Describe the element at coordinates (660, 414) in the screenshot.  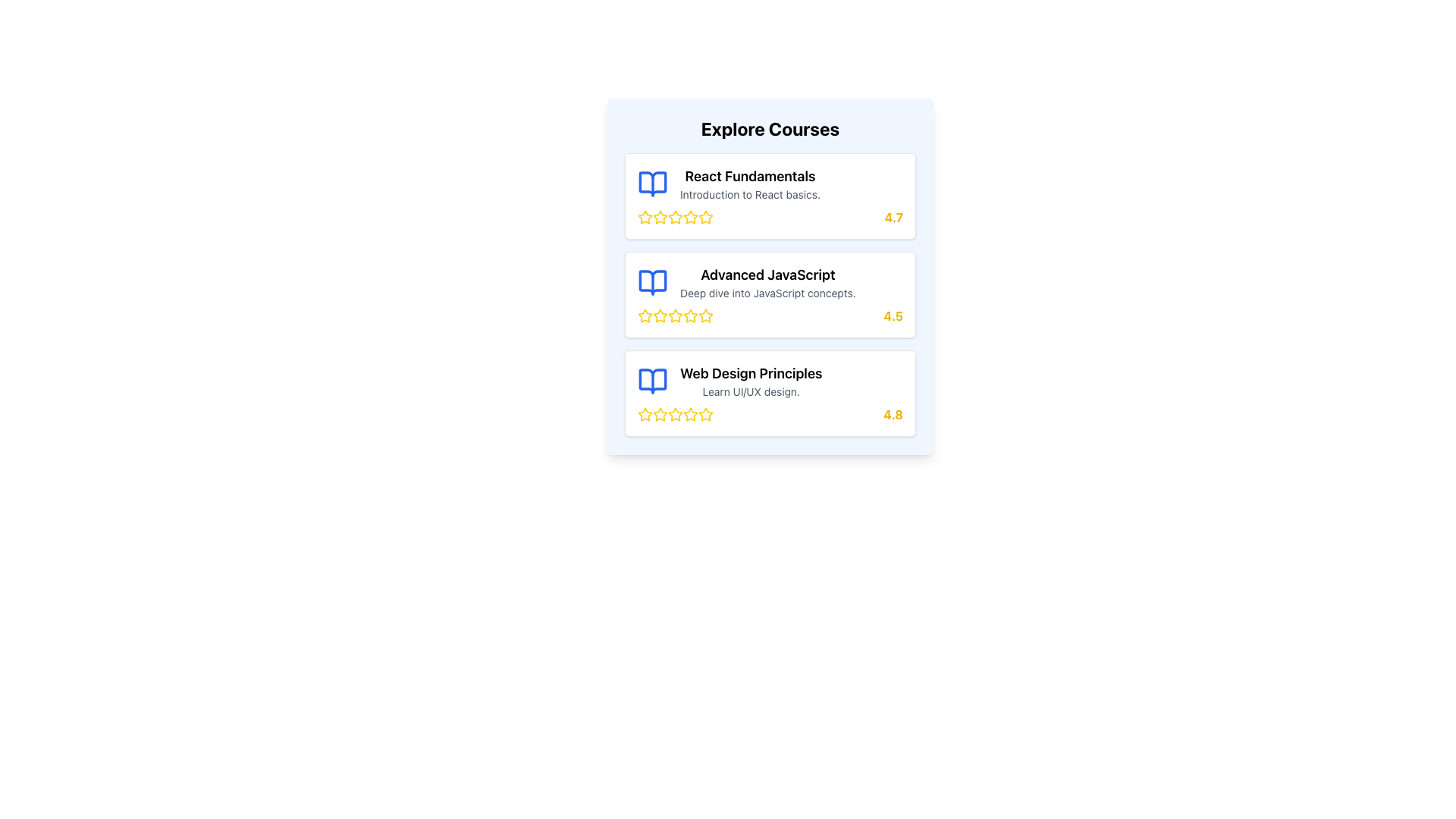
I see `the first star icon in the Web Design Principles rating section` at that location.